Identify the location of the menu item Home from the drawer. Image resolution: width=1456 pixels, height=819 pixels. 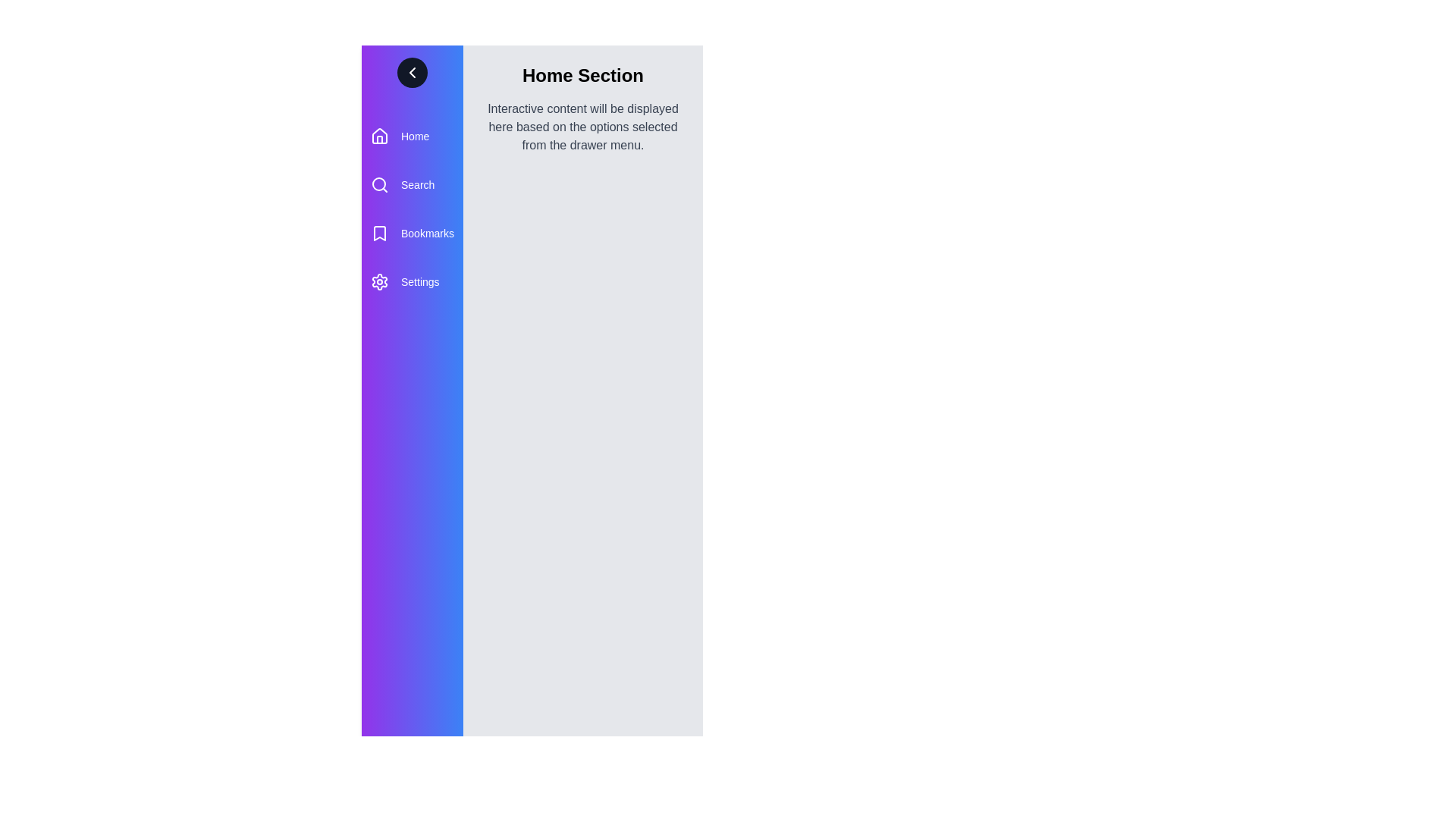
(412, 136).